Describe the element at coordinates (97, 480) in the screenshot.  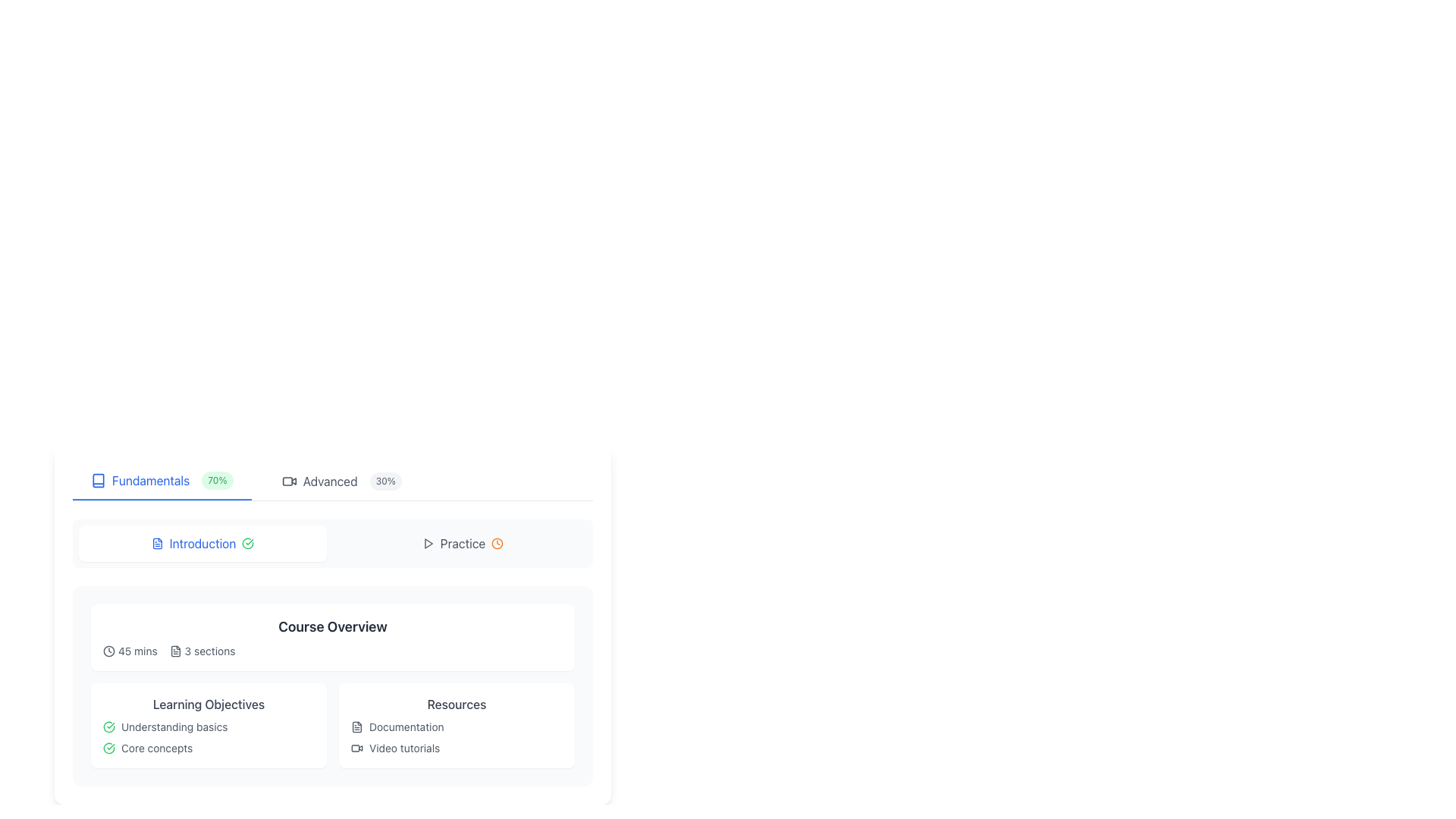
I see `the 'Fundamentals' icon located at the top-left corner of the interface` at that location.